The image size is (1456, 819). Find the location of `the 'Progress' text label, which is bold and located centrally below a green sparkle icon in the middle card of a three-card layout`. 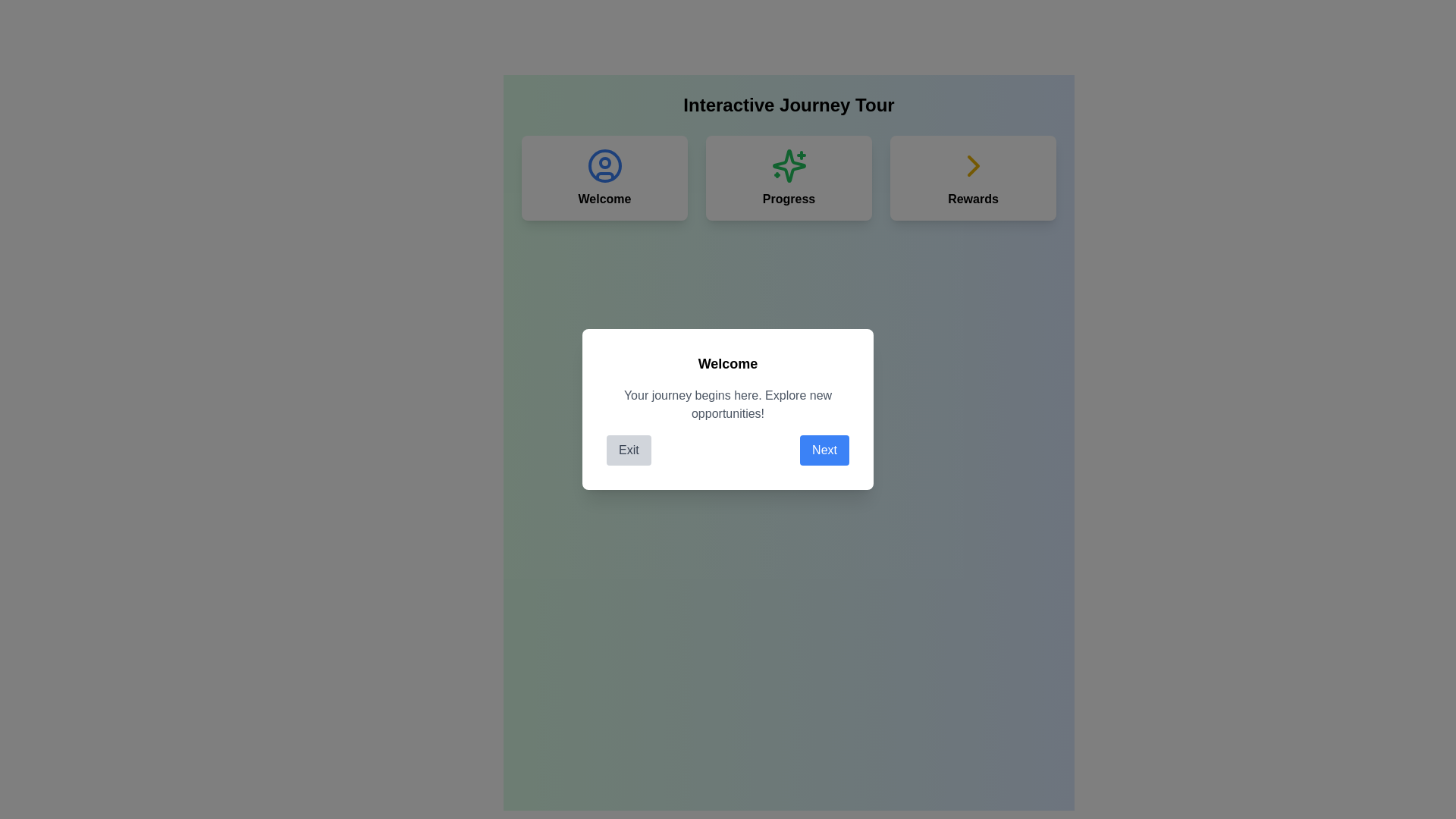

the 'Progress' text label, which is bold and located centrally below a green sparkle icon in the middle card of a three-card layout is located at coordinates (789, 198).